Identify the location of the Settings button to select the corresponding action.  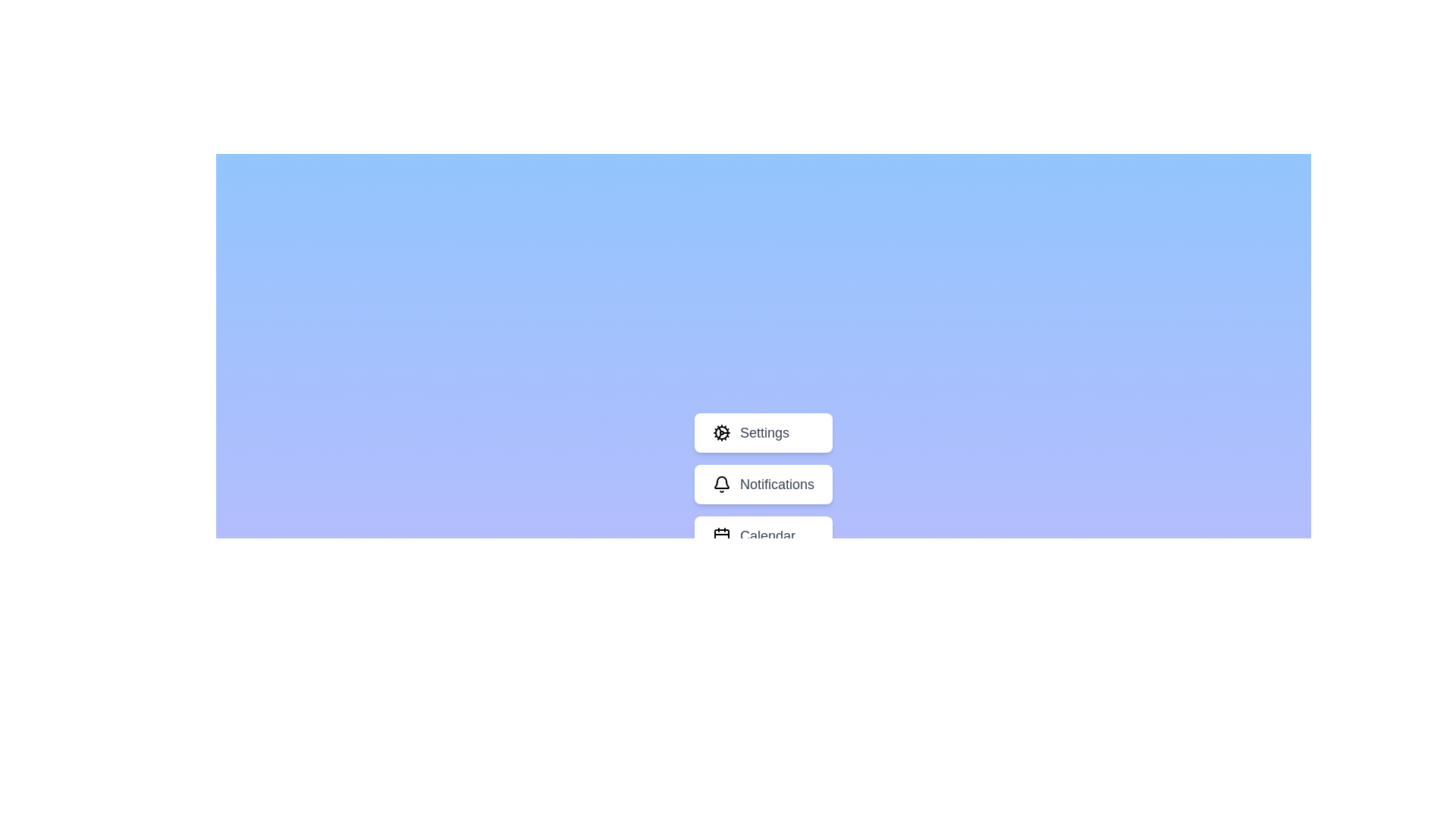
(764, 432).